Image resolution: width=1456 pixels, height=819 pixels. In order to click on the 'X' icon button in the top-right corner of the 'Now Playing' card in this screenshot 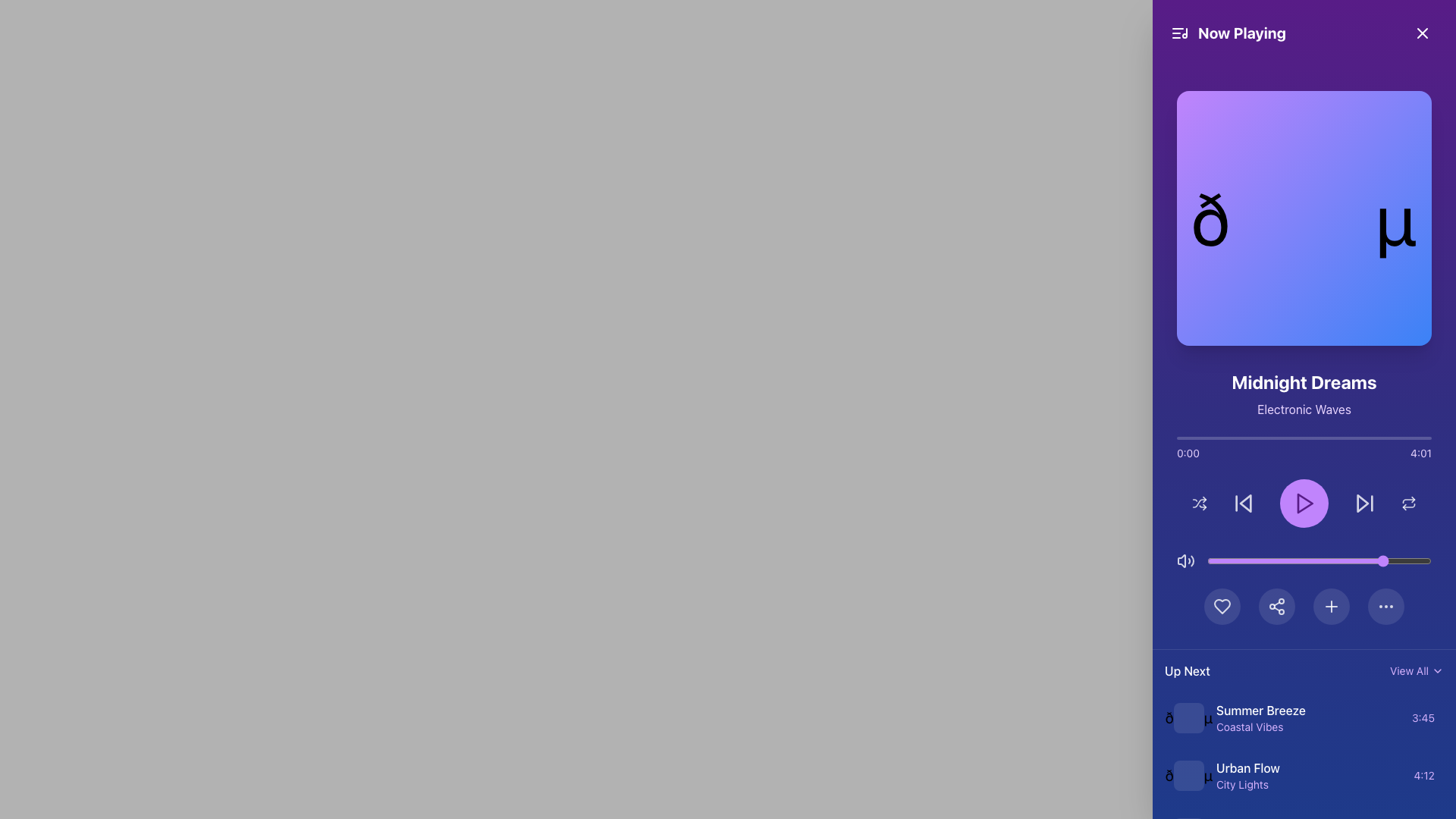, I will do `click(1422, 33)`.